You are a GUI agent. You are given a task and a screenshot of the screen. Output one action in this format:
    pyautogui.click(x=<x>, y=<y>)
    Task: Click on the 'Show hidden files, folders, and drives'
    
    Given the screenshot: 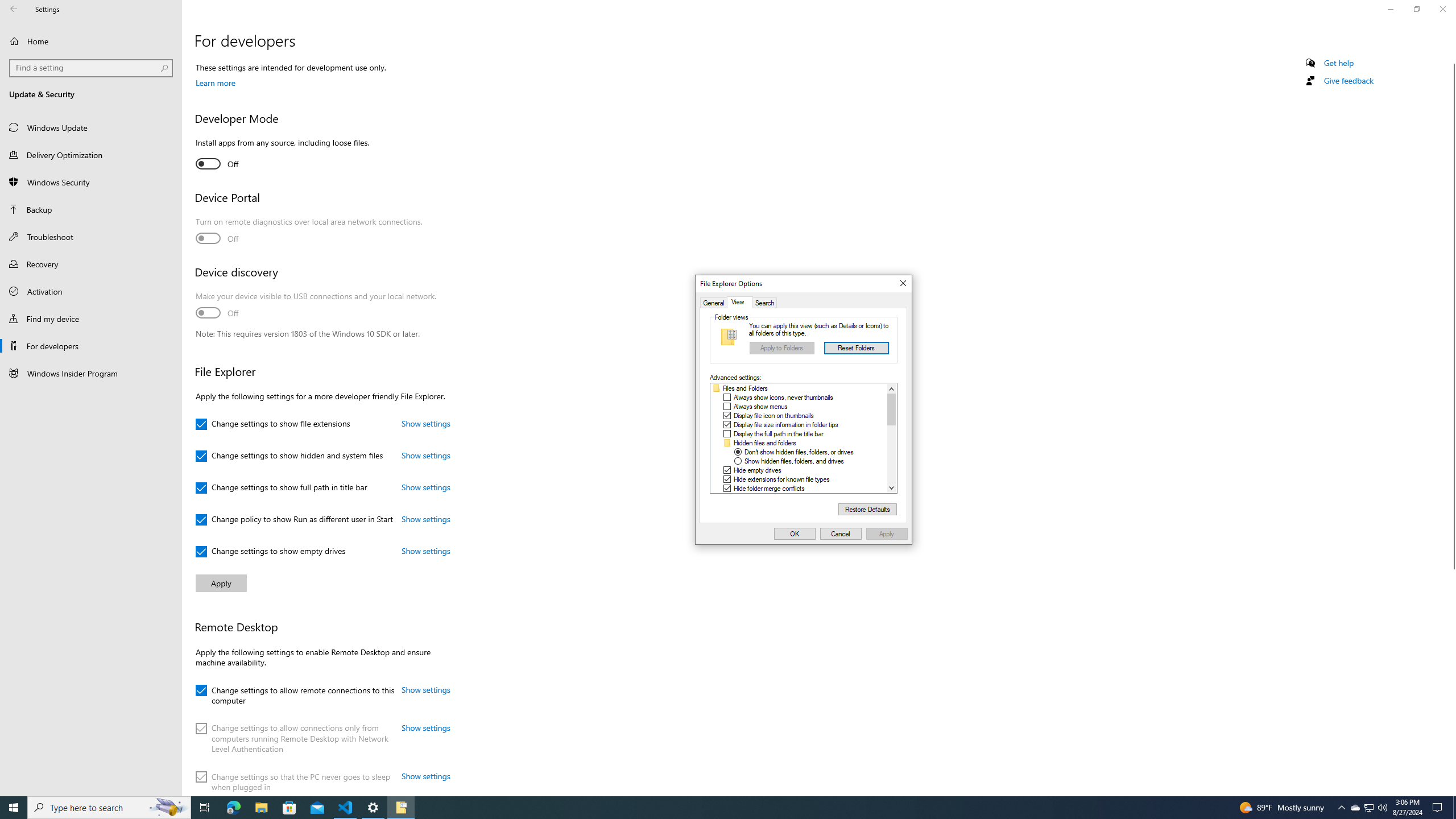 What is the action you would take?
    pyautogui.click(x=793, y=461)
    